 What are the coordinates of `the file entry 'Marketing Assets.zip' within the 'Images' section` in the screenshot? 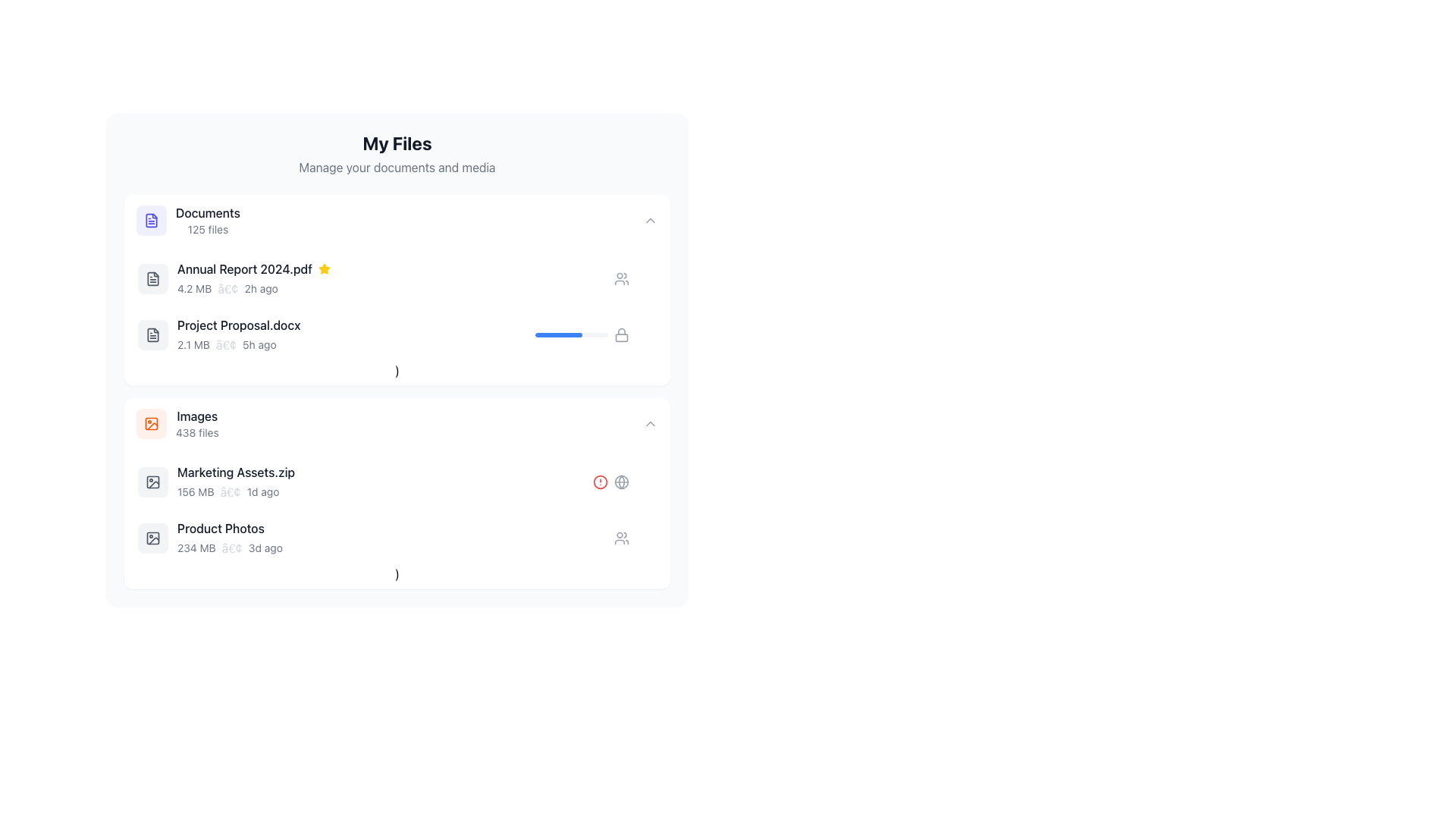 It's located at (397, 494).